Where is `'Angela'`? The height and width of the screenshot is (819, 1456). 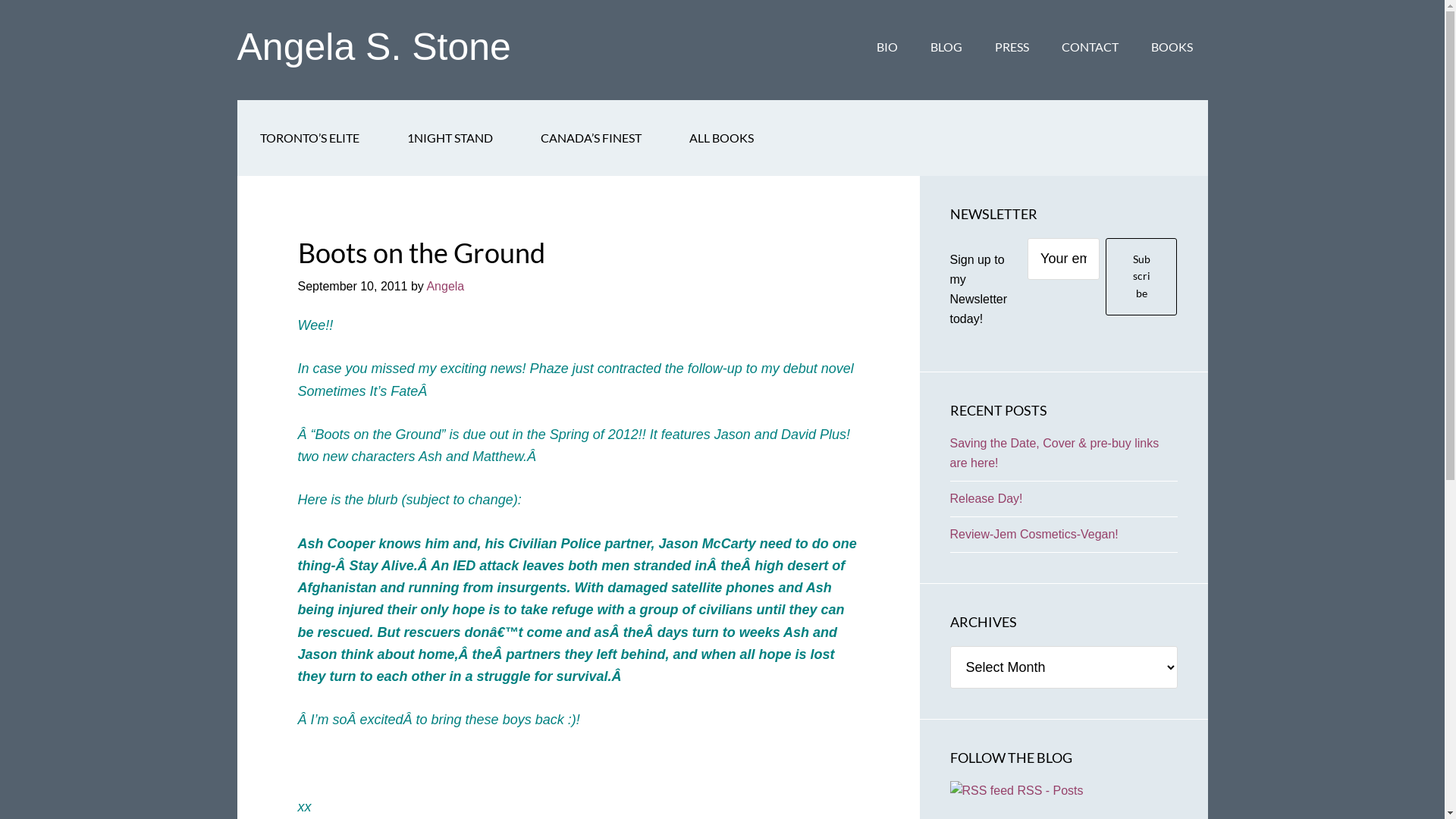
'Angela' is located at coordinates (444, 286).